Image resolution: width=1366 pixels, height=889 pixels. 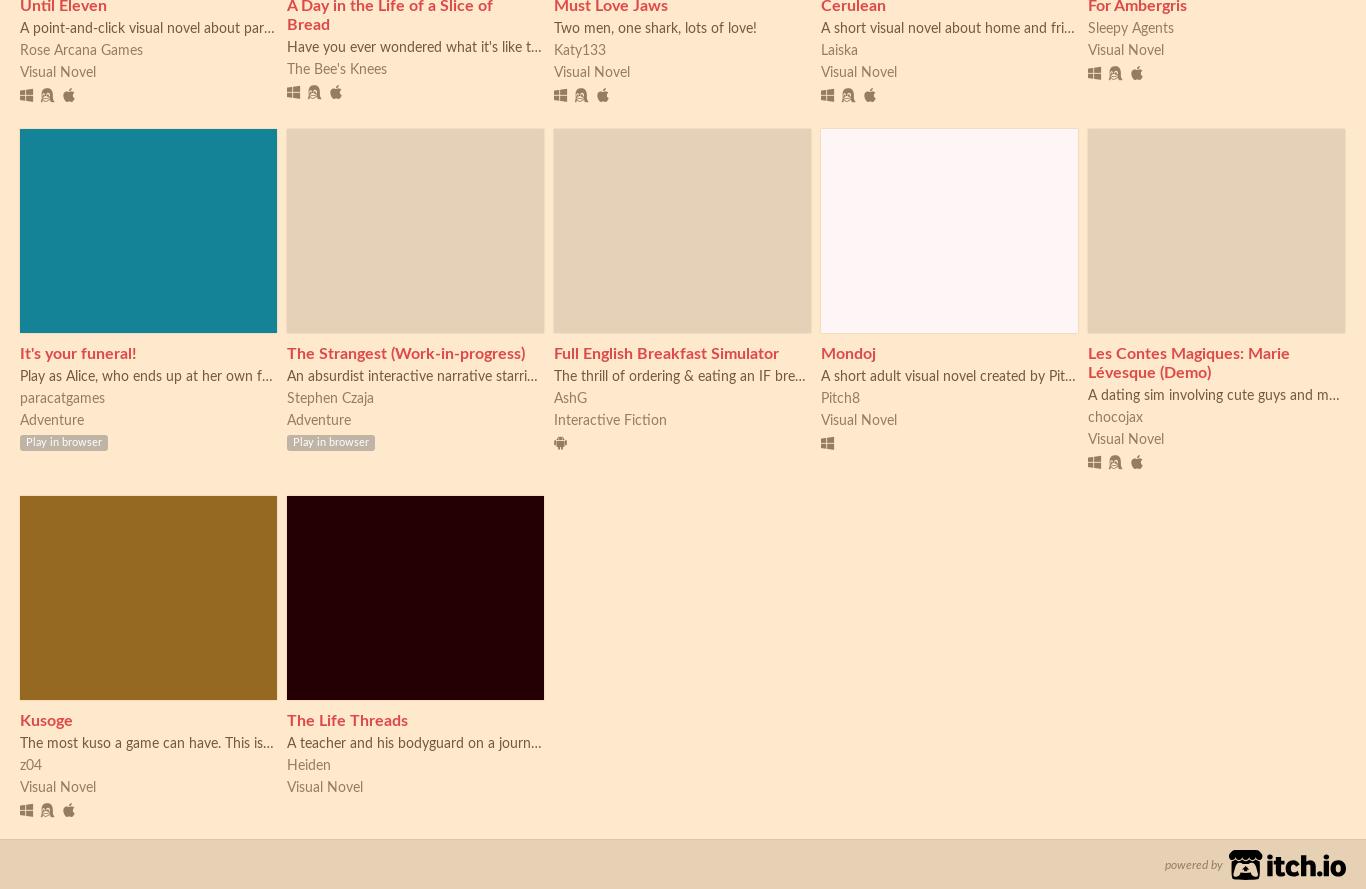 What do you see at coordinates (619, 47) in the screenshot?
I see `'Have you ever wondered what it's like to live life as a sentient slice of bread? Now's your chance to find out.'` at bounding box center [619, 47].